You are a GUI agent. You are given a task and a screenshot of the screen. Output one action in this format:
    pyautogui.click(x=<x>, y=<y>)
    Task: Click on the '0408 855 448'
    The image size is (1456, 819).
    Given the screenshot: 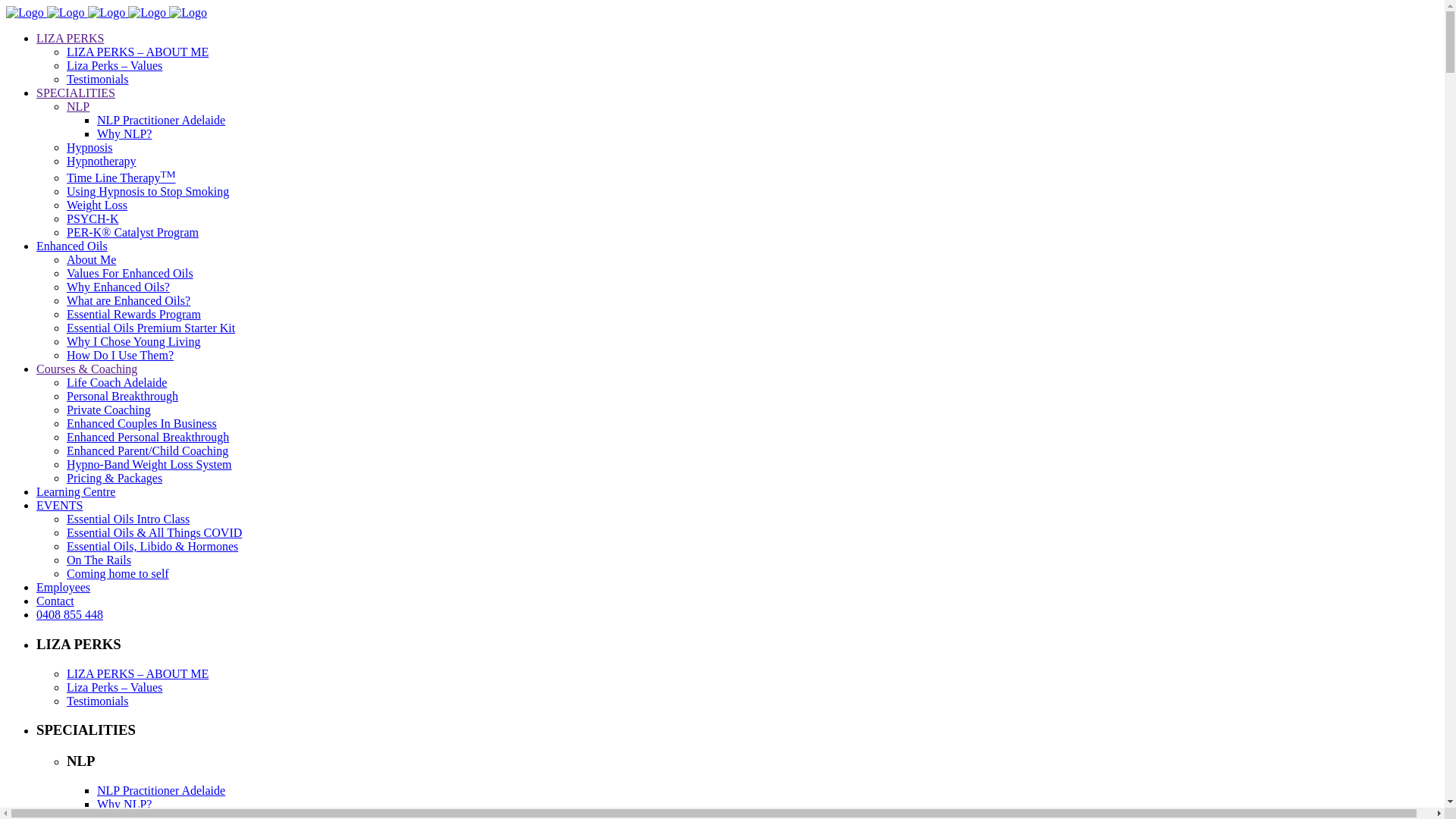 What is the action you would take?
    pyautogui.click(x=68, y=614)
    